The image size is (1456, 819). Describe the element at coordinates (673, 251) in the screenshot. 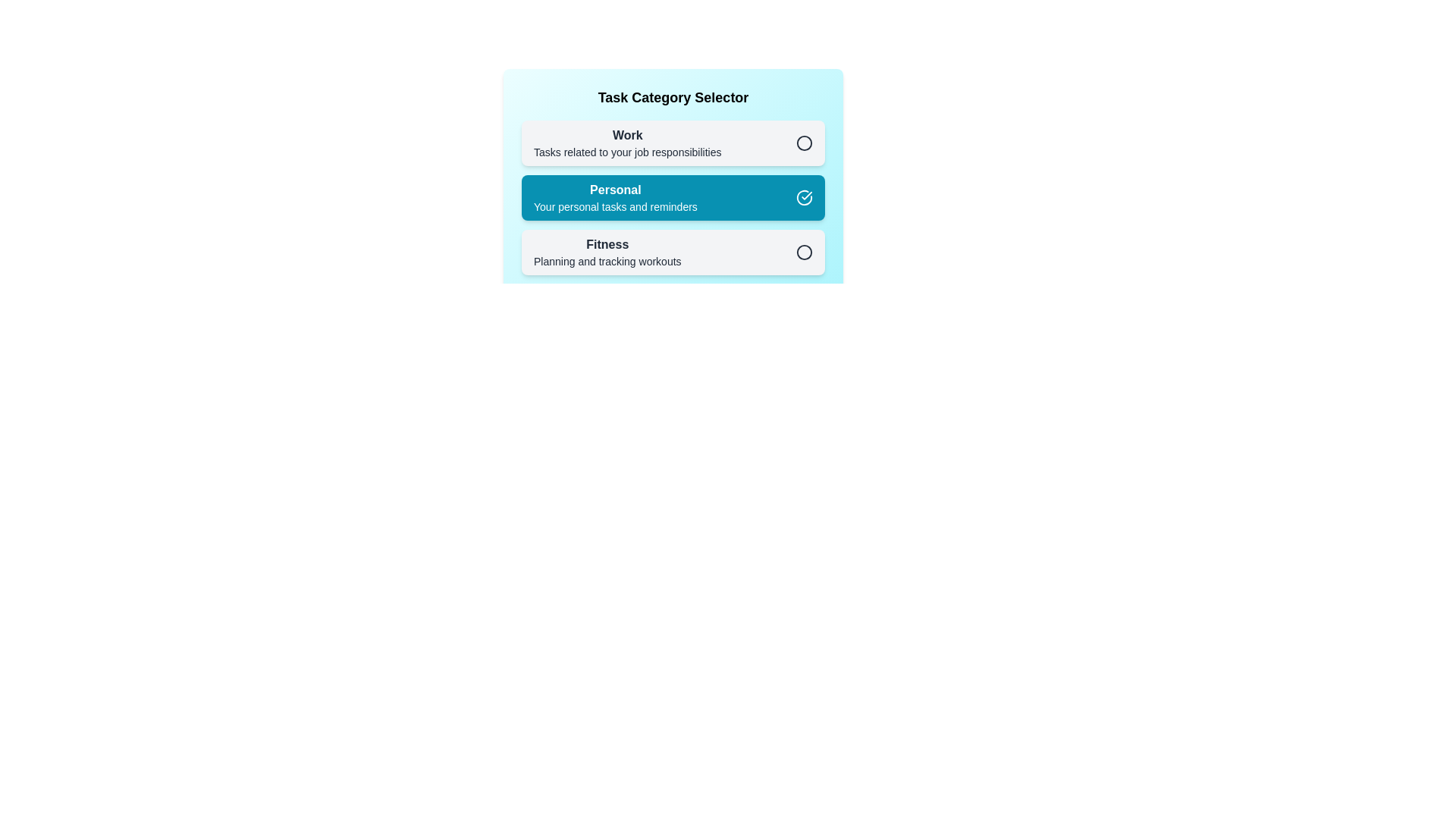

I see `the category Fitness` at that location.